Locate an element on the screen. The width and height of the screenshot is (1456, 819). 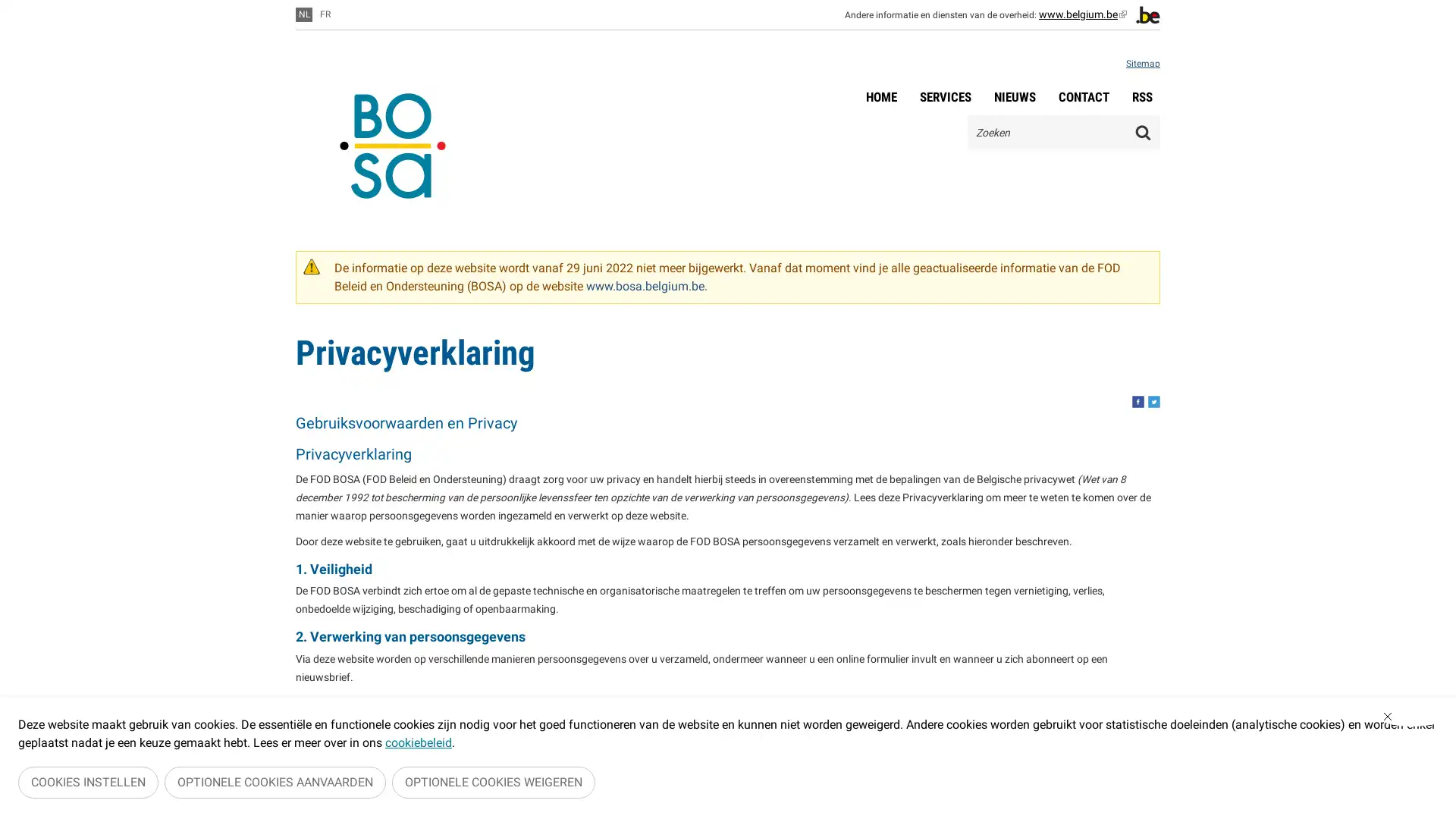
COOKIES INSTELLEN is located at coordinates (87, 784).